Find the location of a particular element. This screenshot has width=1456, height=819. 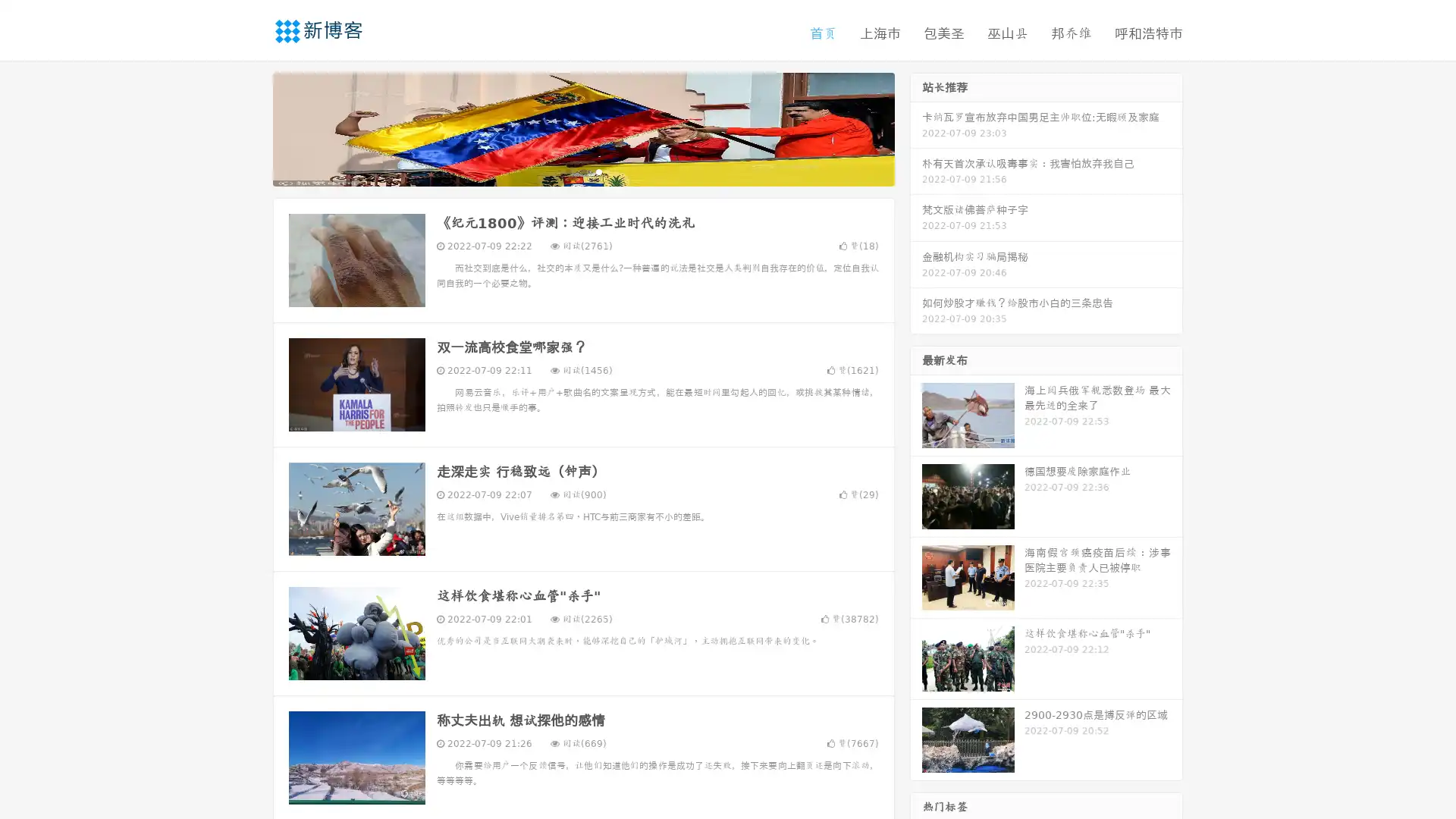

Go to slide 3 is located at coordinates (598, 171).